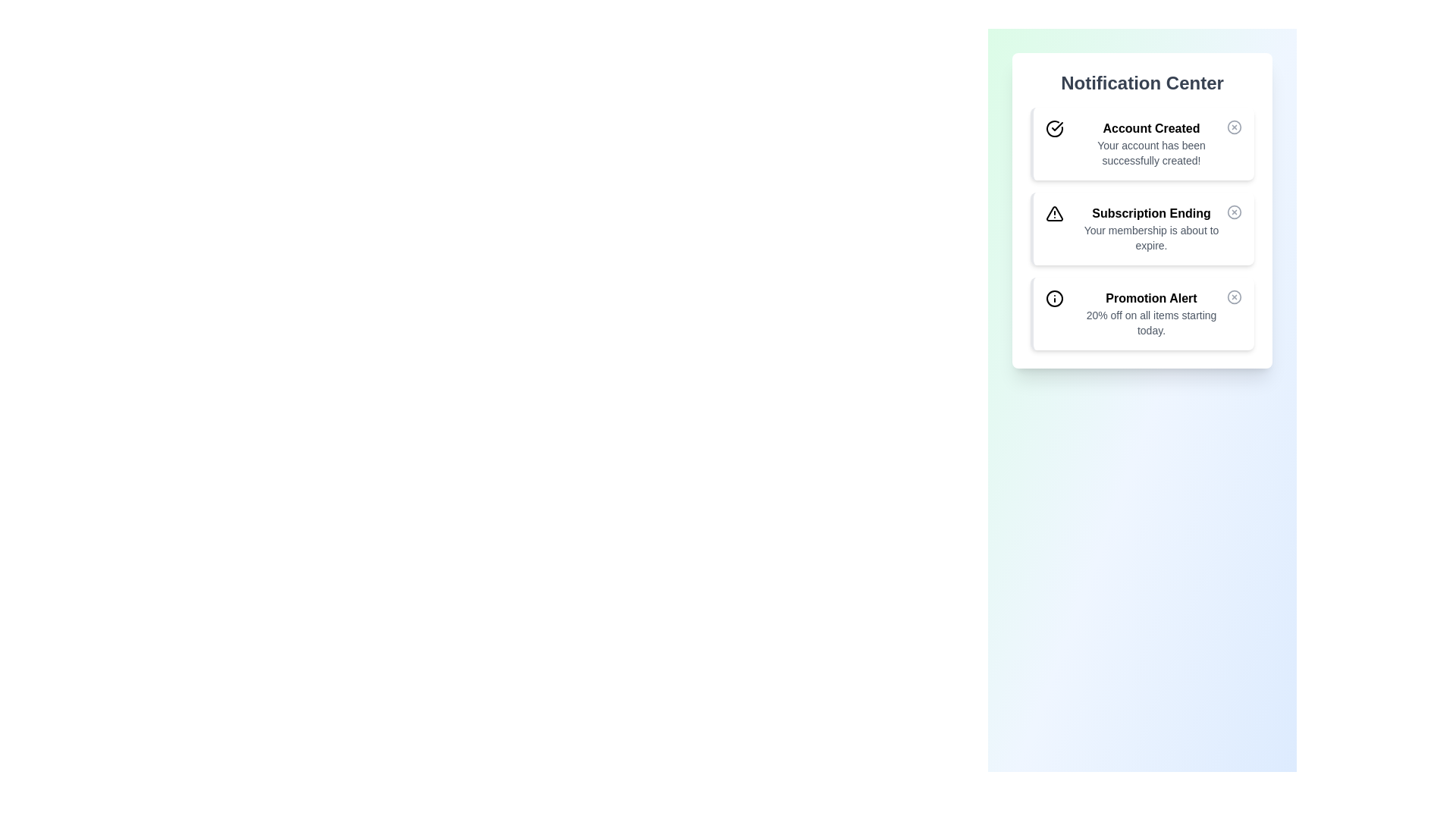 The image size is (1456, 819). Describe the element at coordinates (1056, 125) in the screenshot. I see `checkmark icon element within the first notification card titled 'Account Created' located at the top-right of the Notification Center` at that location.